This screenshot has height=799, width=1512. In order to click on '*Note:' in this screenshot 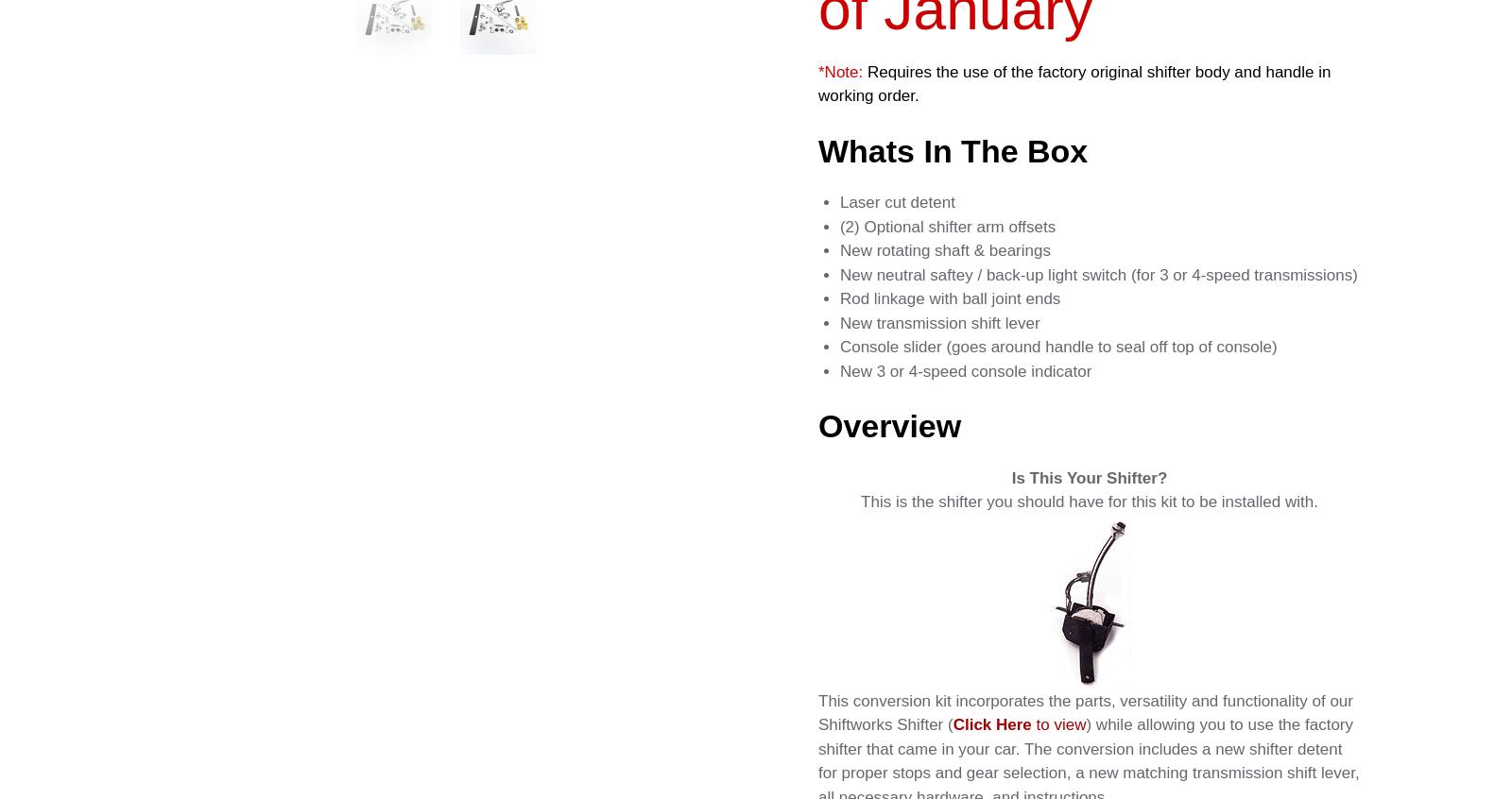, I will do `click(839, 71)`.